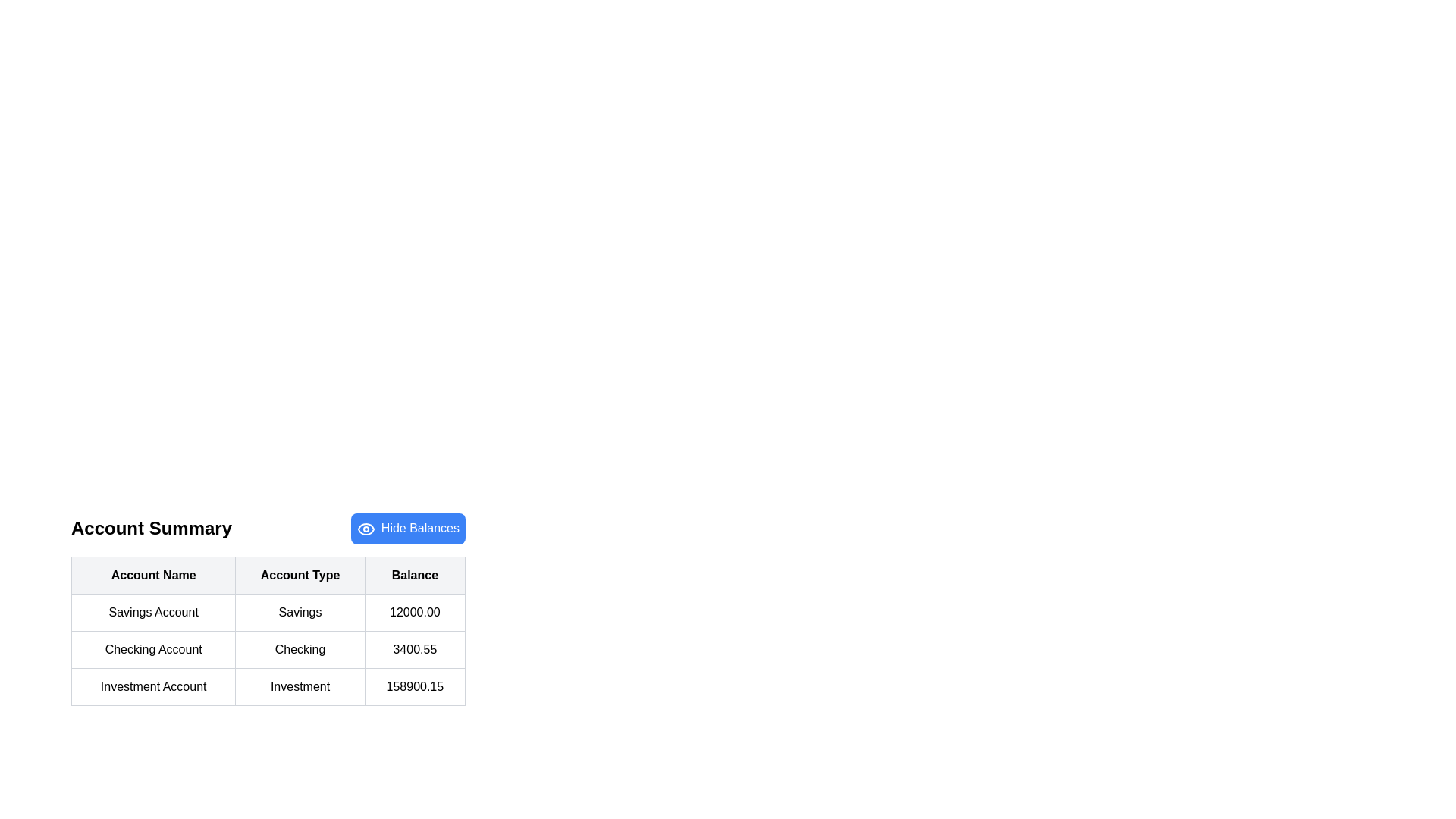  I want to click on the static text display representing the balance for the 'Checking Account' in the account summary table, located in the third column of the second row, so click(415, 648).